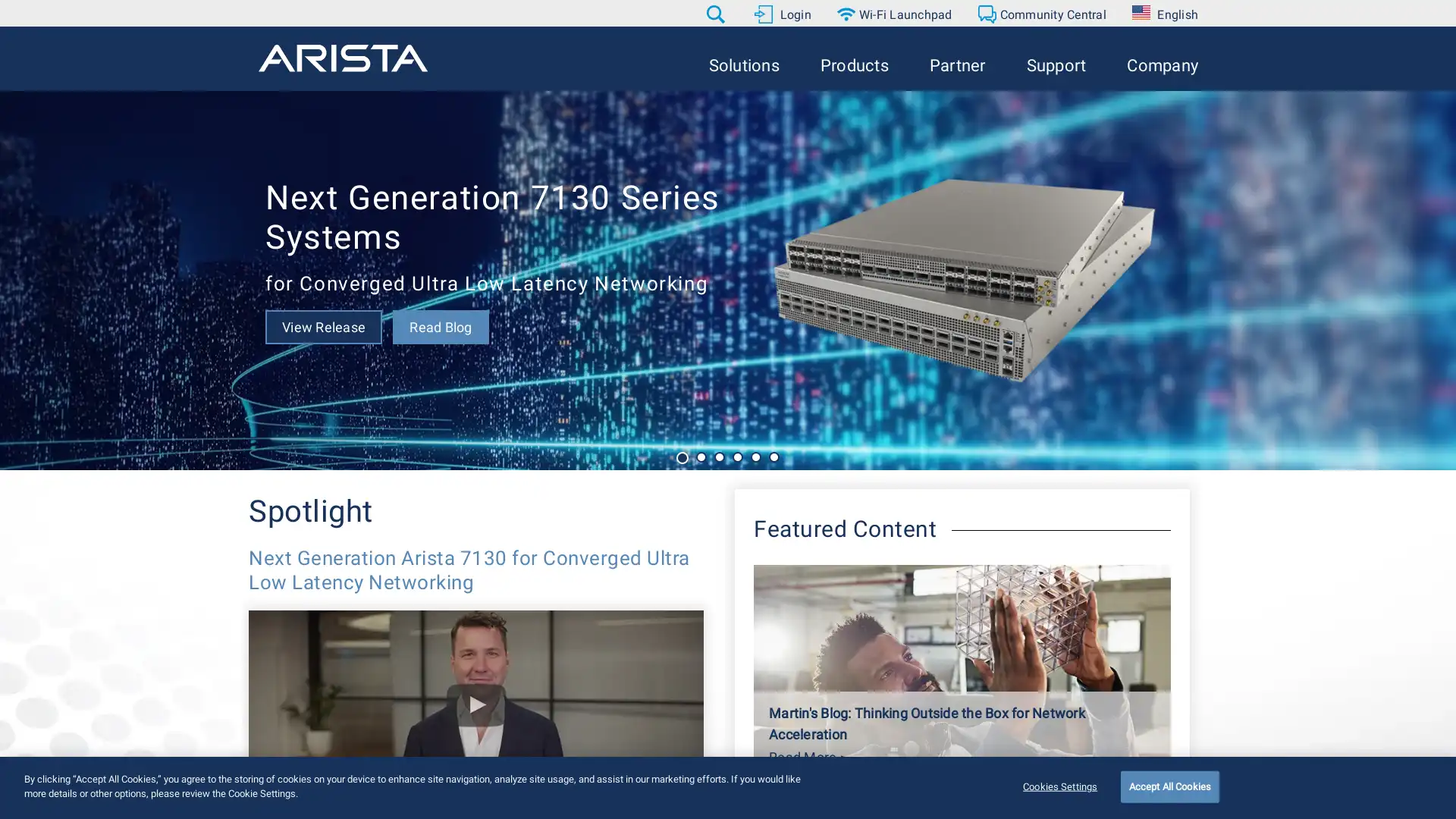 This screenshot has width=1456, height=819. What do you see at coordinates (1059, 786) in the screenshot?
I see `Cookies Settings` at bounding box center [1059, 786].